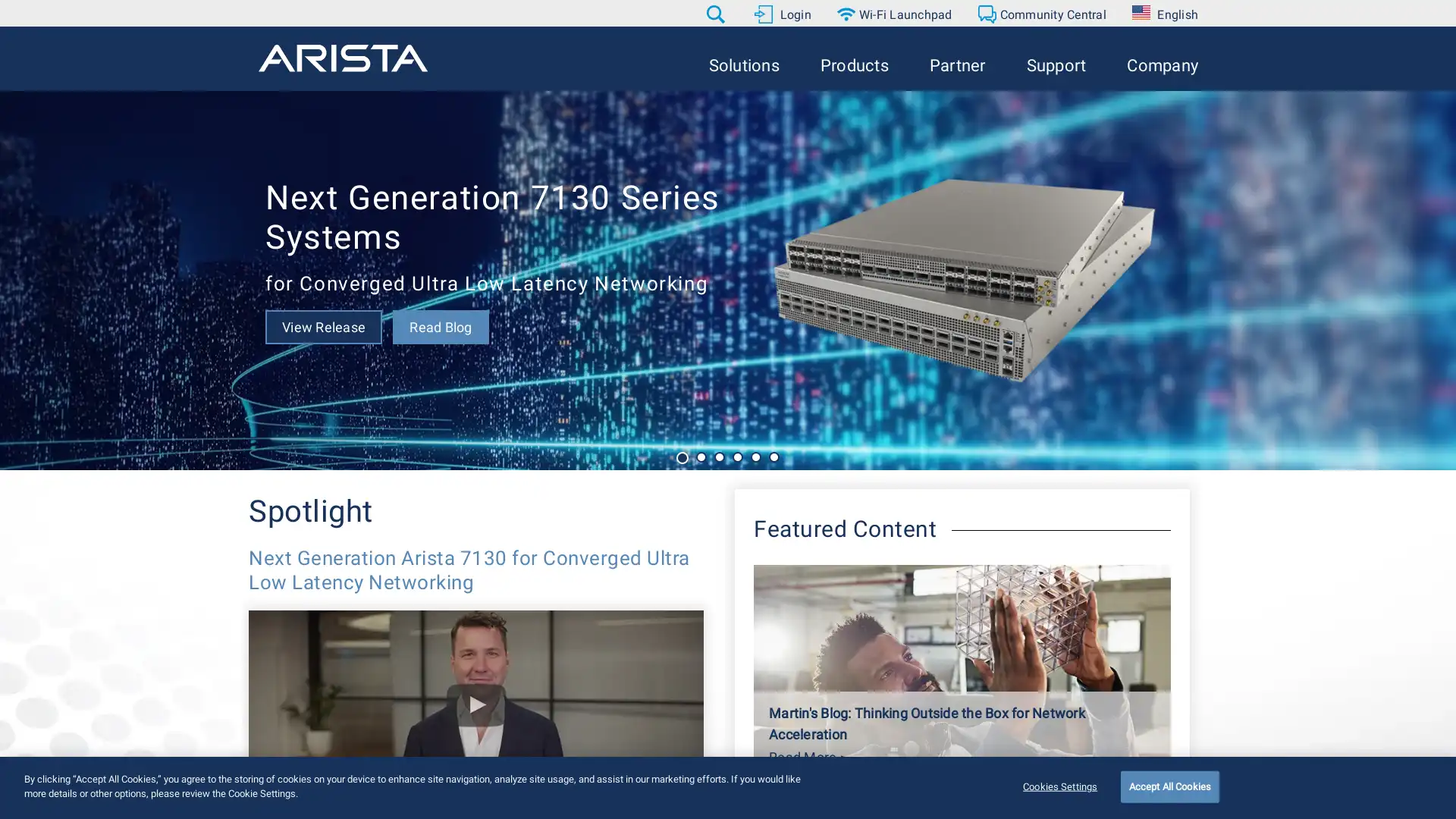 This screenshot has width=1456, height=819. What do you see at coordinates (1059, 786) in the screenshot?
I see `Cookies Settings` at bounding box center [1059, 786].